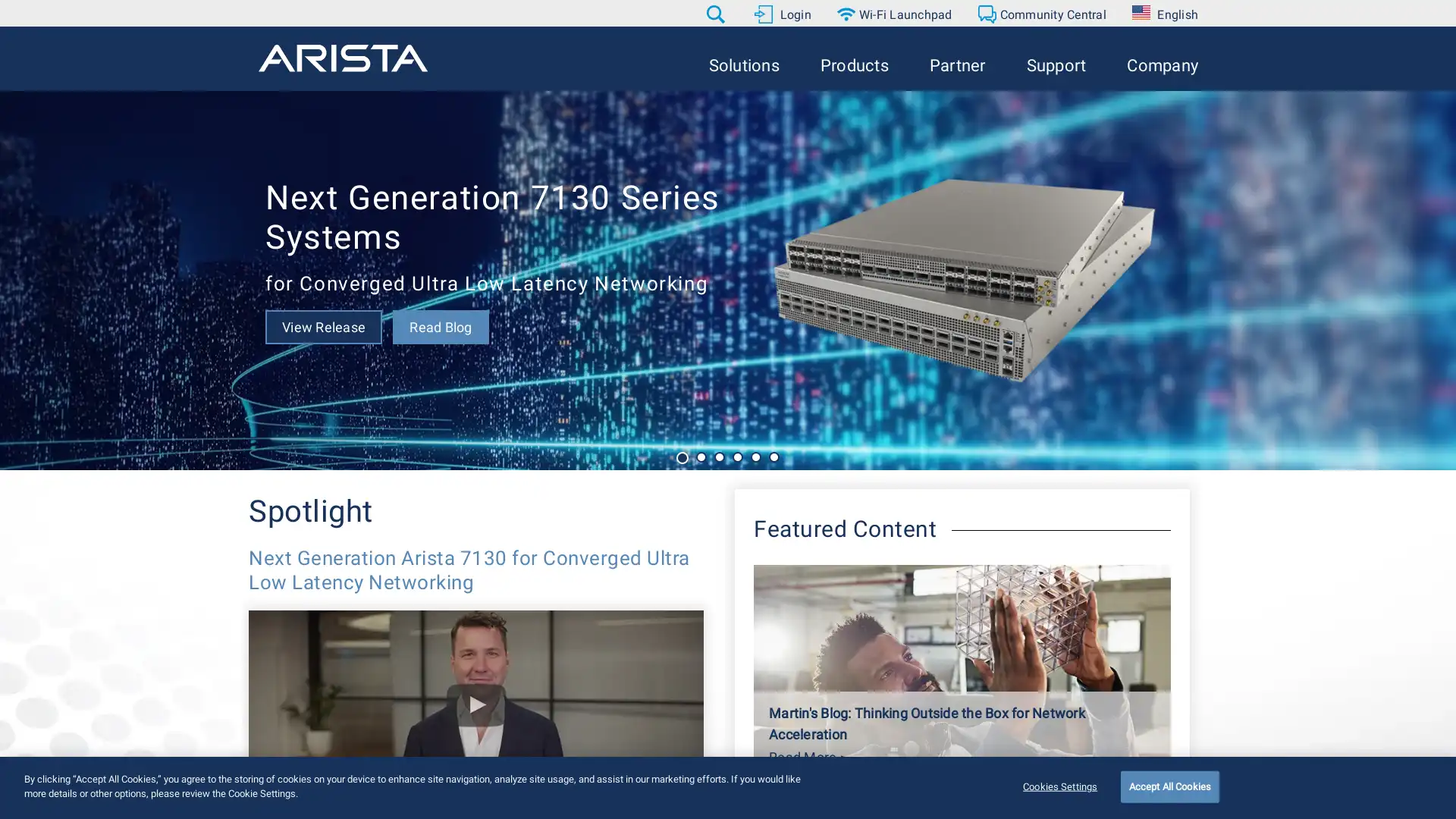 This screenshot has width=1456, height=819. What do you see at coordinates (1059, 786) in the screenshot?
I see `Cookies Settings` at bounding box center [1059, 786].